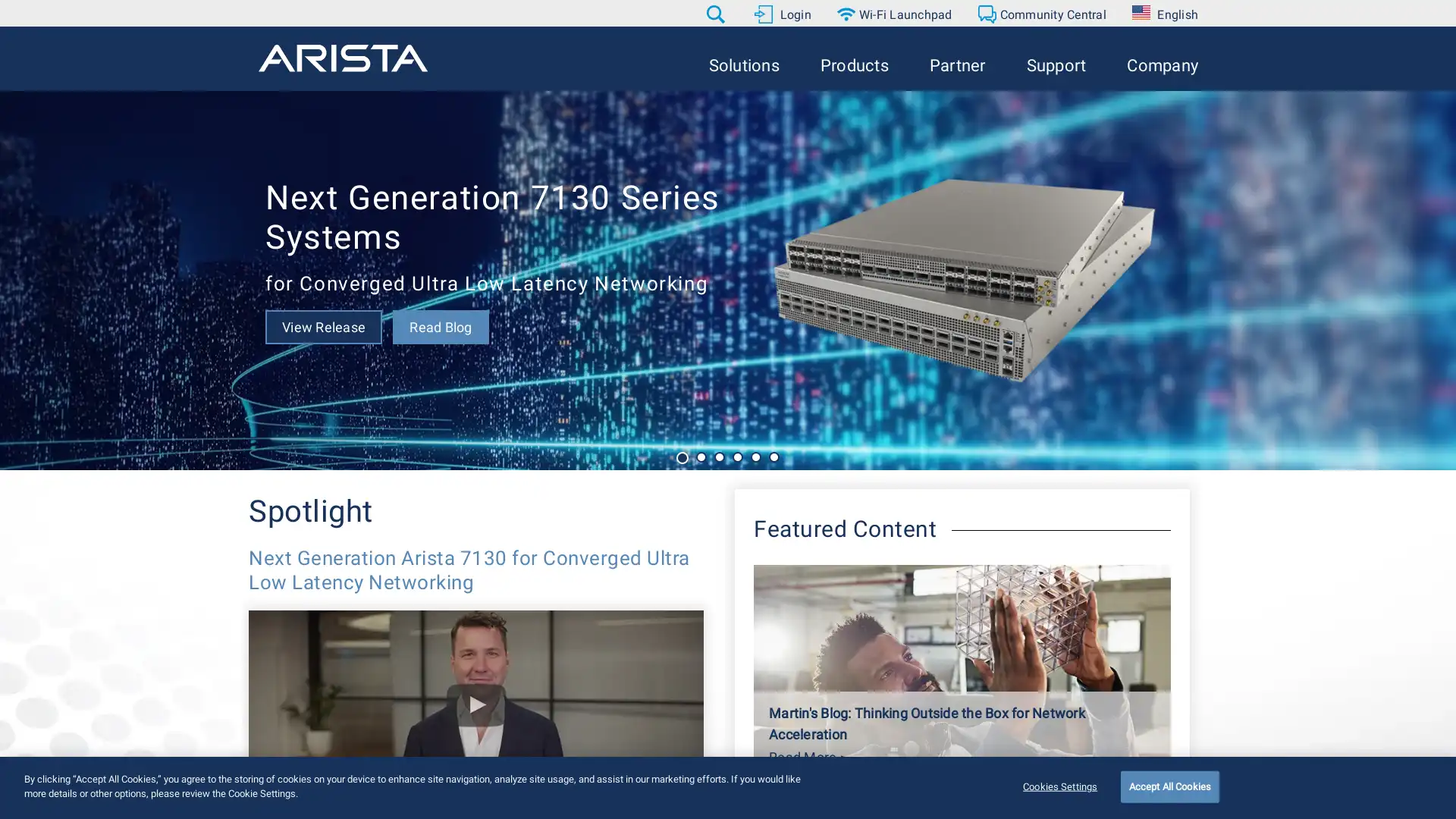 This screenshot has width=1456, height=819. What do you see at coordinates (1059, 786) in the screenshot?
I see `Cookies Settings` at bounding box center [1059, 786].